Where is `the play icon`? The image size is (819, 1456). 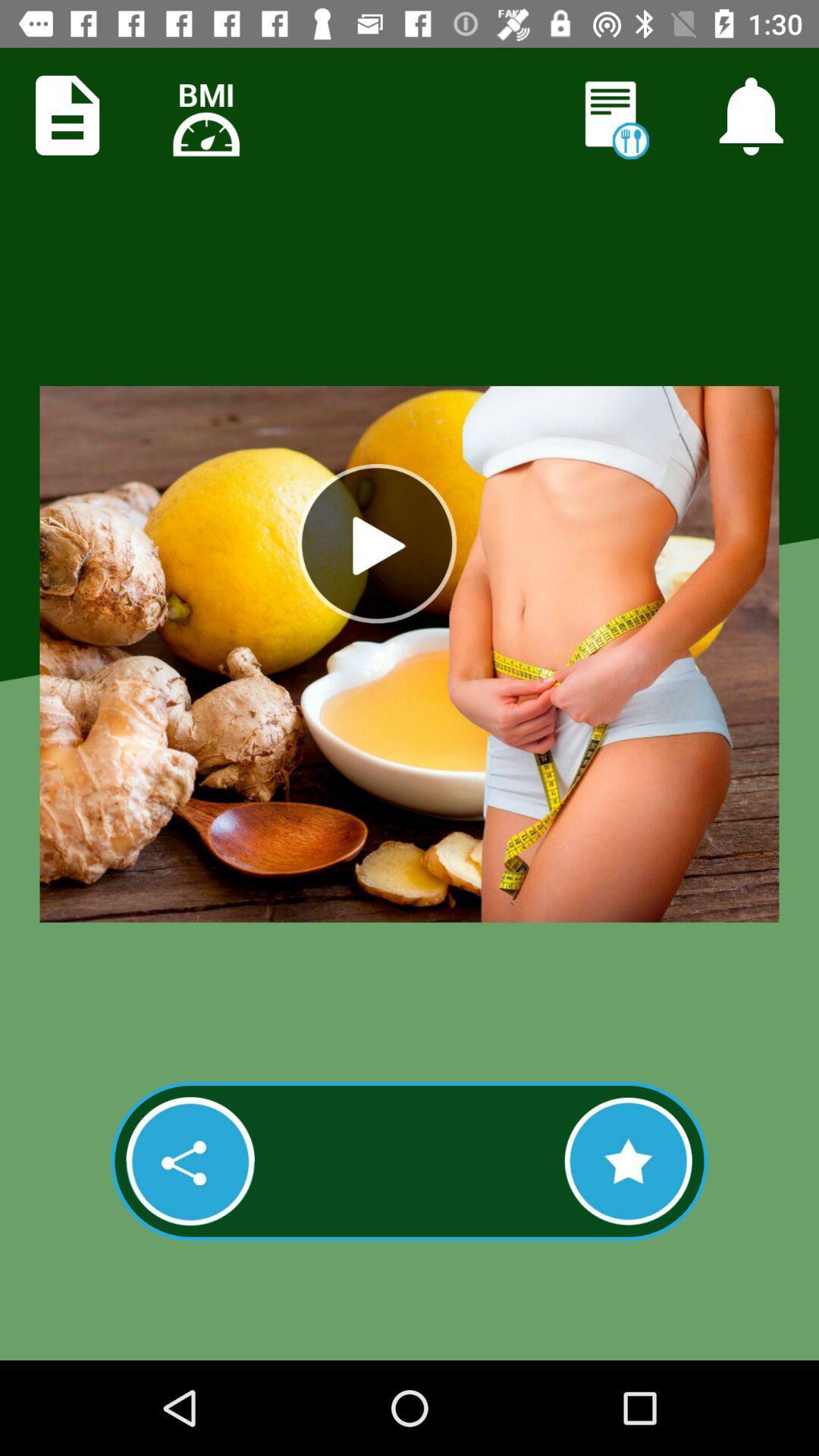
the play icon is located at coordinates (376, 543).